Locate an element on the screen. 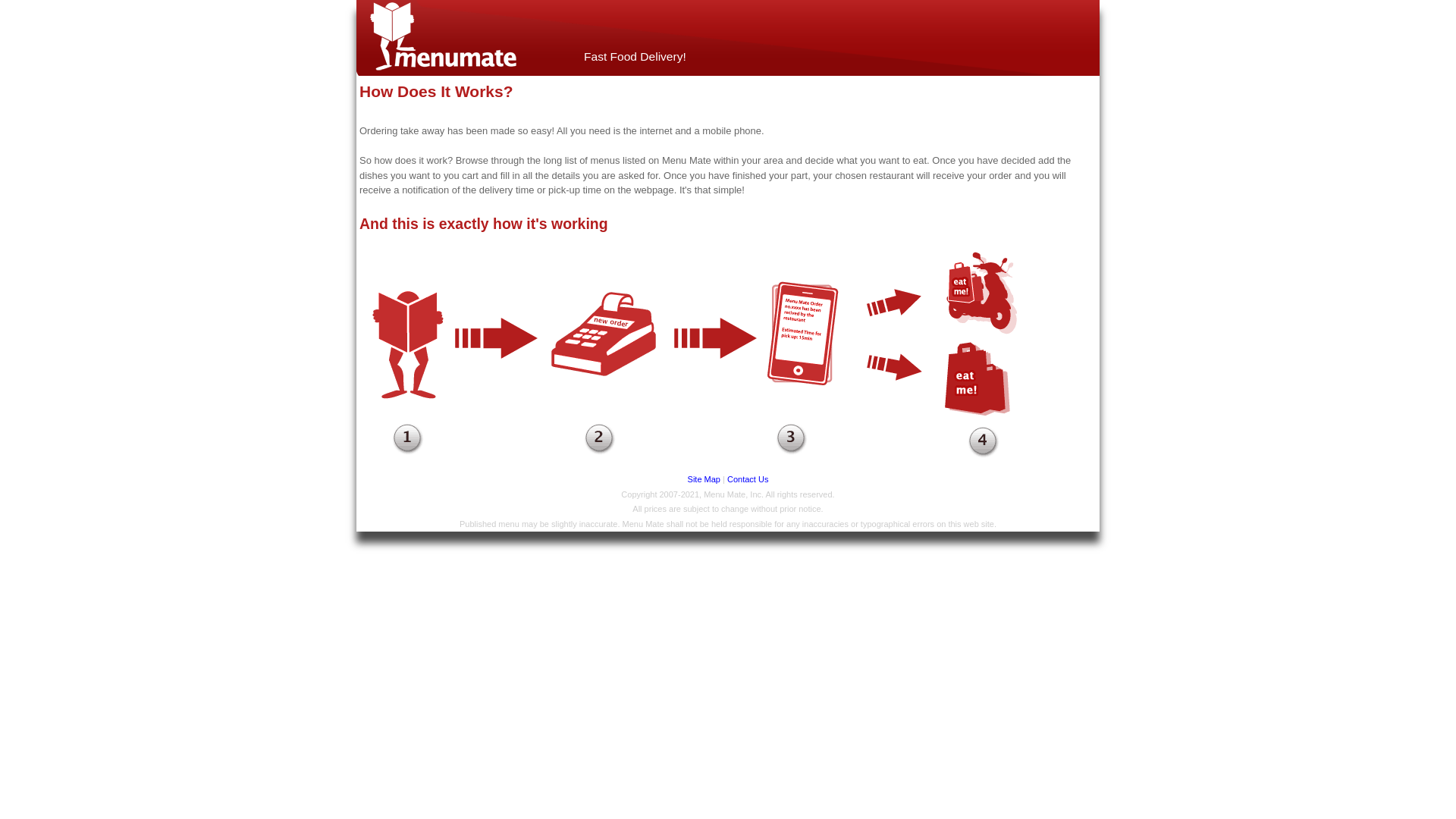 The height and width of the screenshot is (819, 1456). 'Contact Us' is located at coordinates (726, 479).